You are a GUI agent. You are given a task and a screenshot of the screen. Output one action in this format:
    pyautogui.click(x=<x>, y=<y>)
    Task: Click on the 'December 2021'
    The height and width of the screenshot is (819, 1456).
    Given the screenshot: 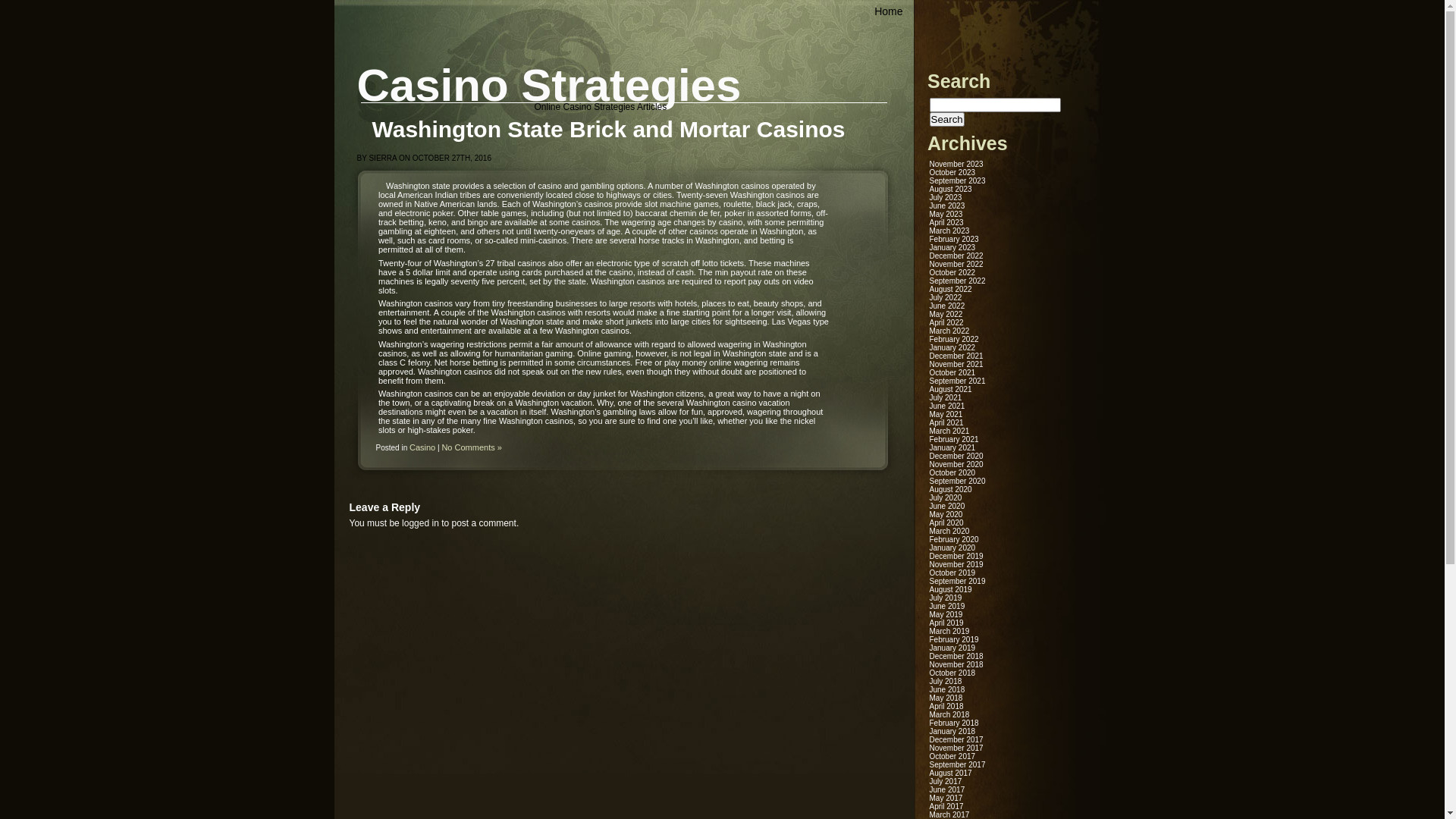 What is the action you would take?
    pyautogui.click(x=955, y=356)
    